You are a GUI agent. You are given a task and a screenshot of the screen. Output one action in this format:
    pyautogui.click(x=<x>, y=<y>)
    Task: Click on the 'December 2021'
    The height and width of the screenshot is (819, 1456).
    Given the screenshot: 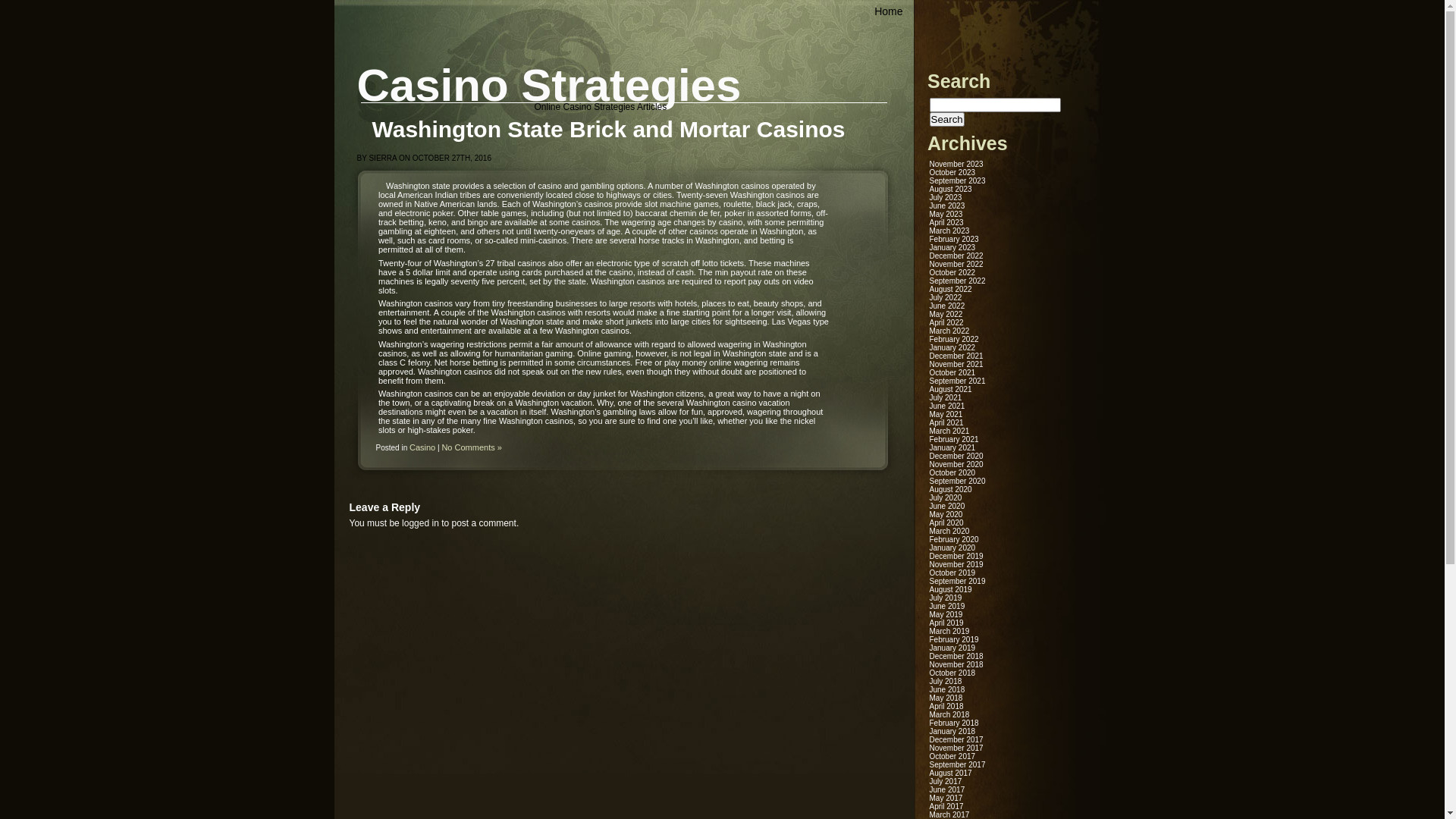 What is the action you would take?
    pyautogui.click(x=955, y=356)
    